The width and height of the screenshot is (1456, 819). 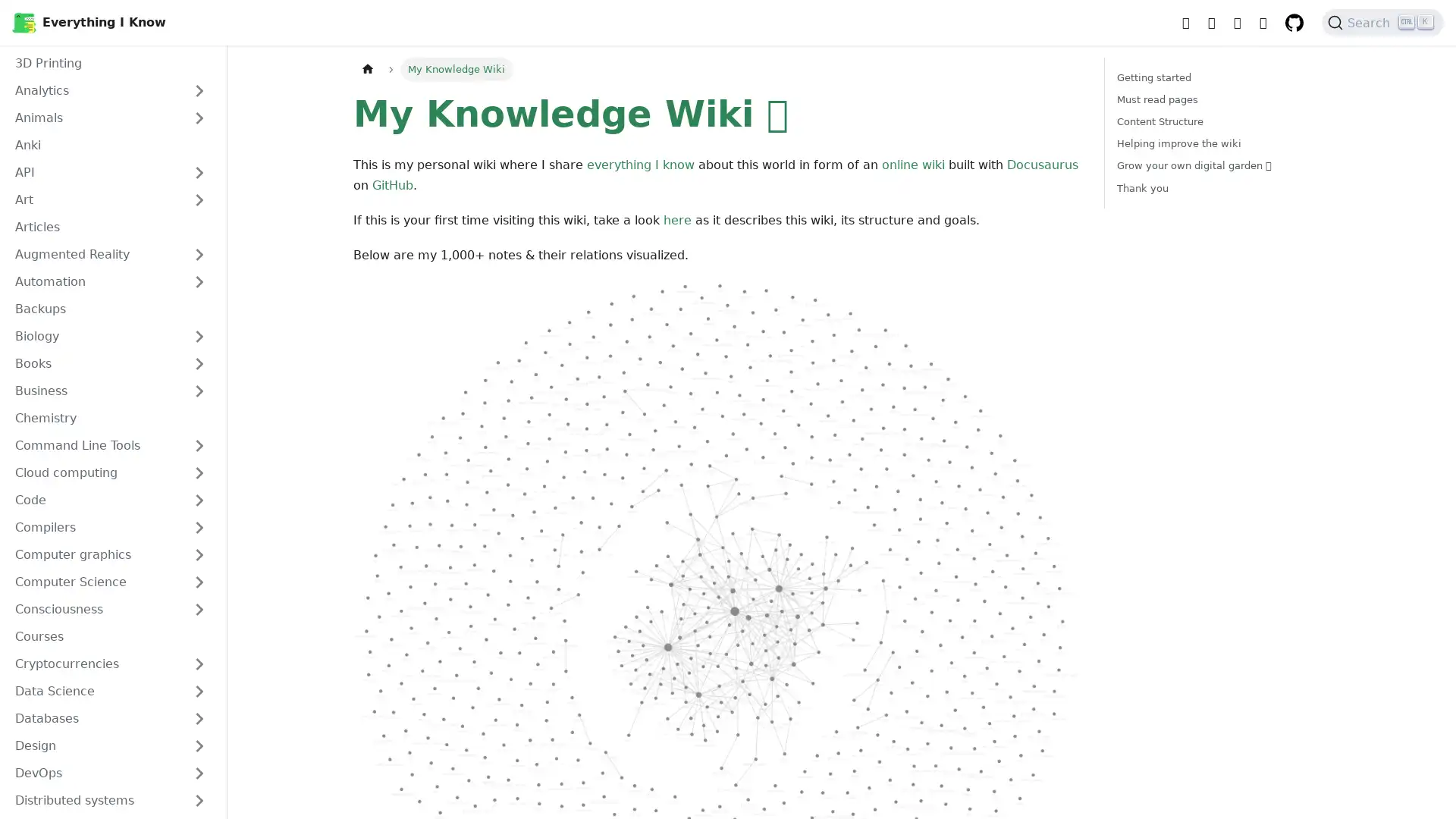 I want to click on Toggle the collapsible sidebar category 'Animals', so click(x=199, y=117).